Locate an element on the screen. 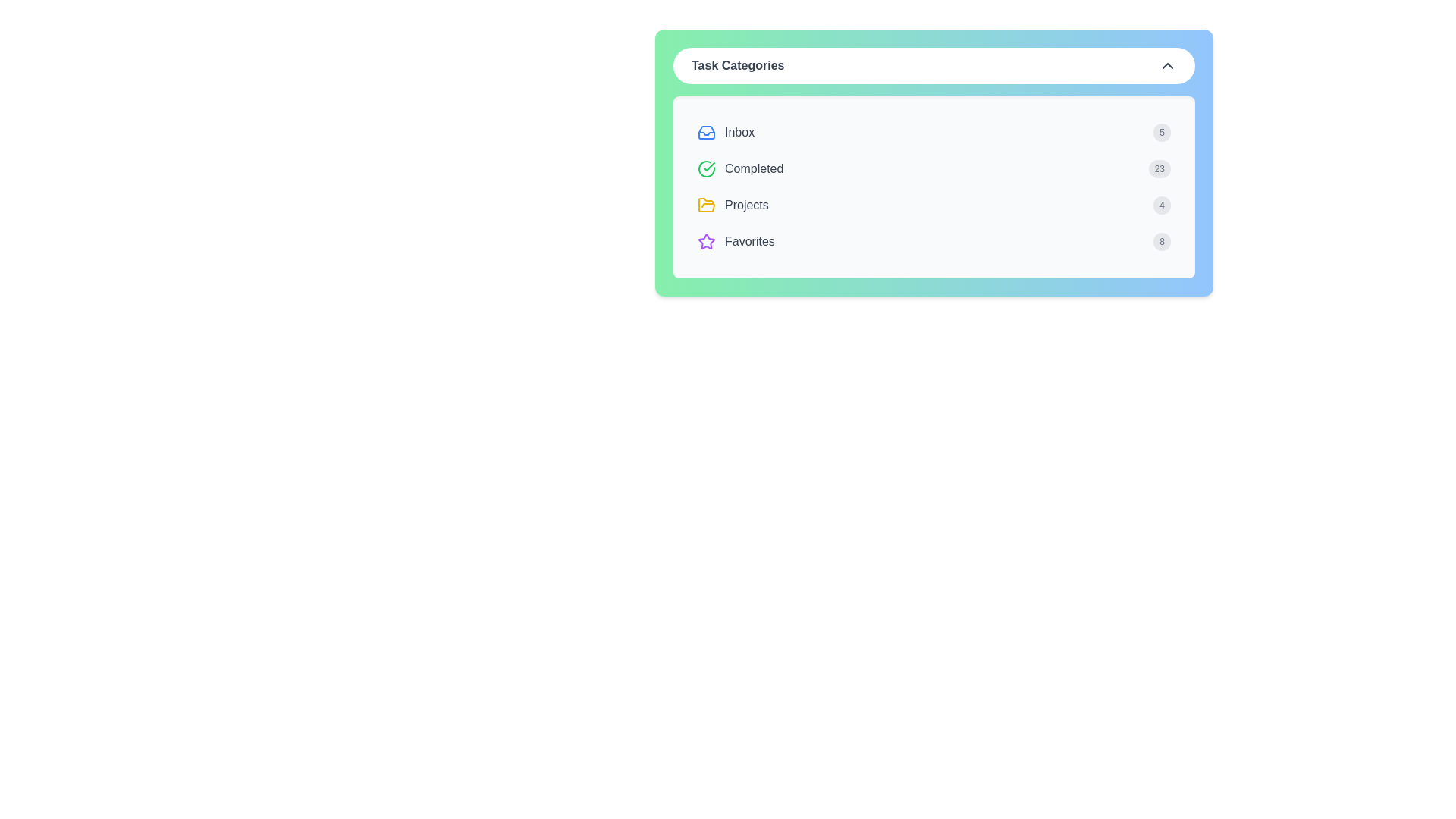 The width and height of the screenshot is (1456, 819). the Badge displaying the count of items or tasks associated with the 'Projects' category is located at coordinates (1161, 205).